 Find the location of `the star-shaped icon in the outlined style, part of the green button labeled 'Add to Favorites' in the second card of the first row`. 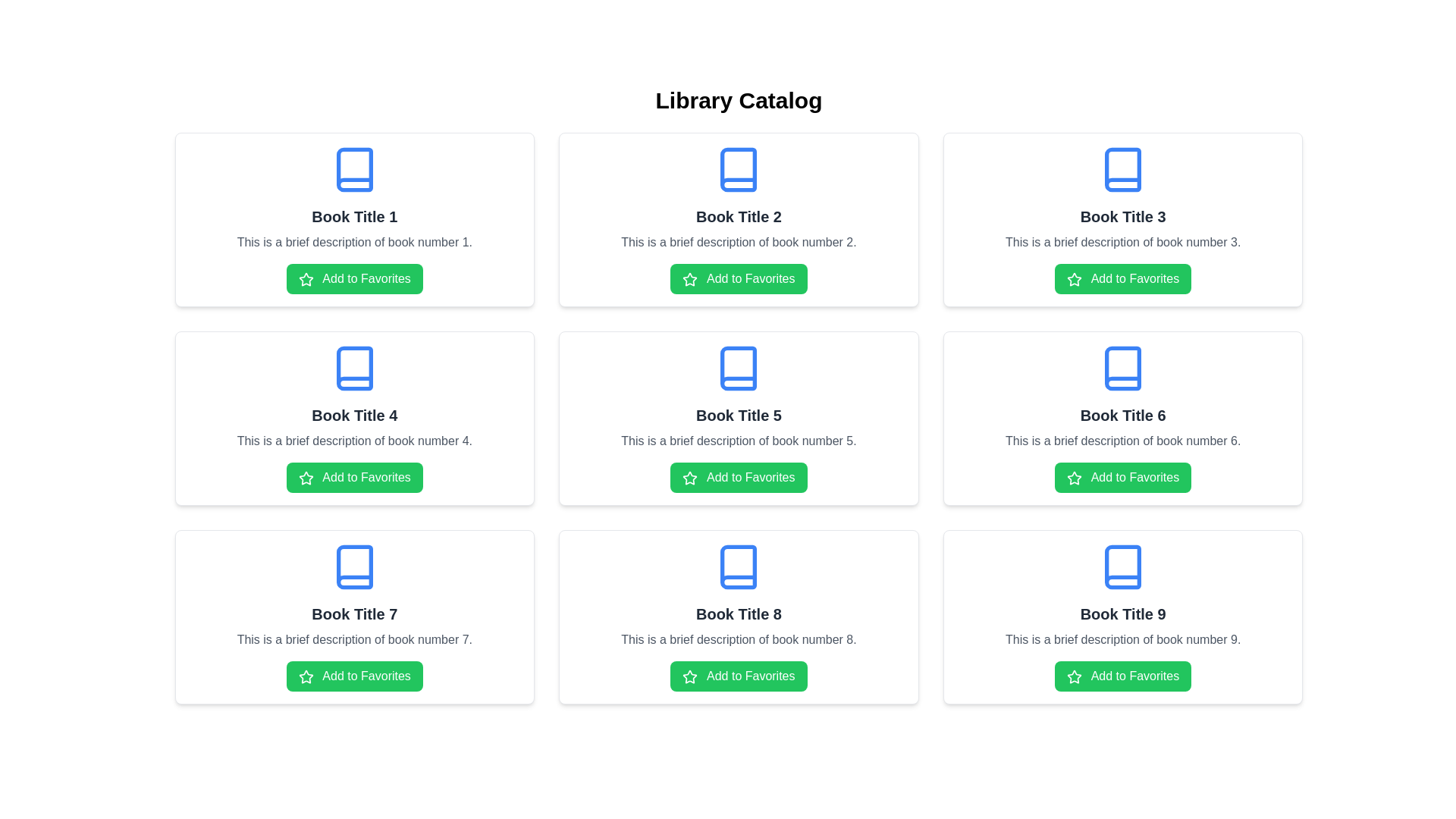

the star-shaped icon in the outlined style, part of the green button labeled 'Add to Favorites' in the second card of the first row is located at coordinates (689, 279).